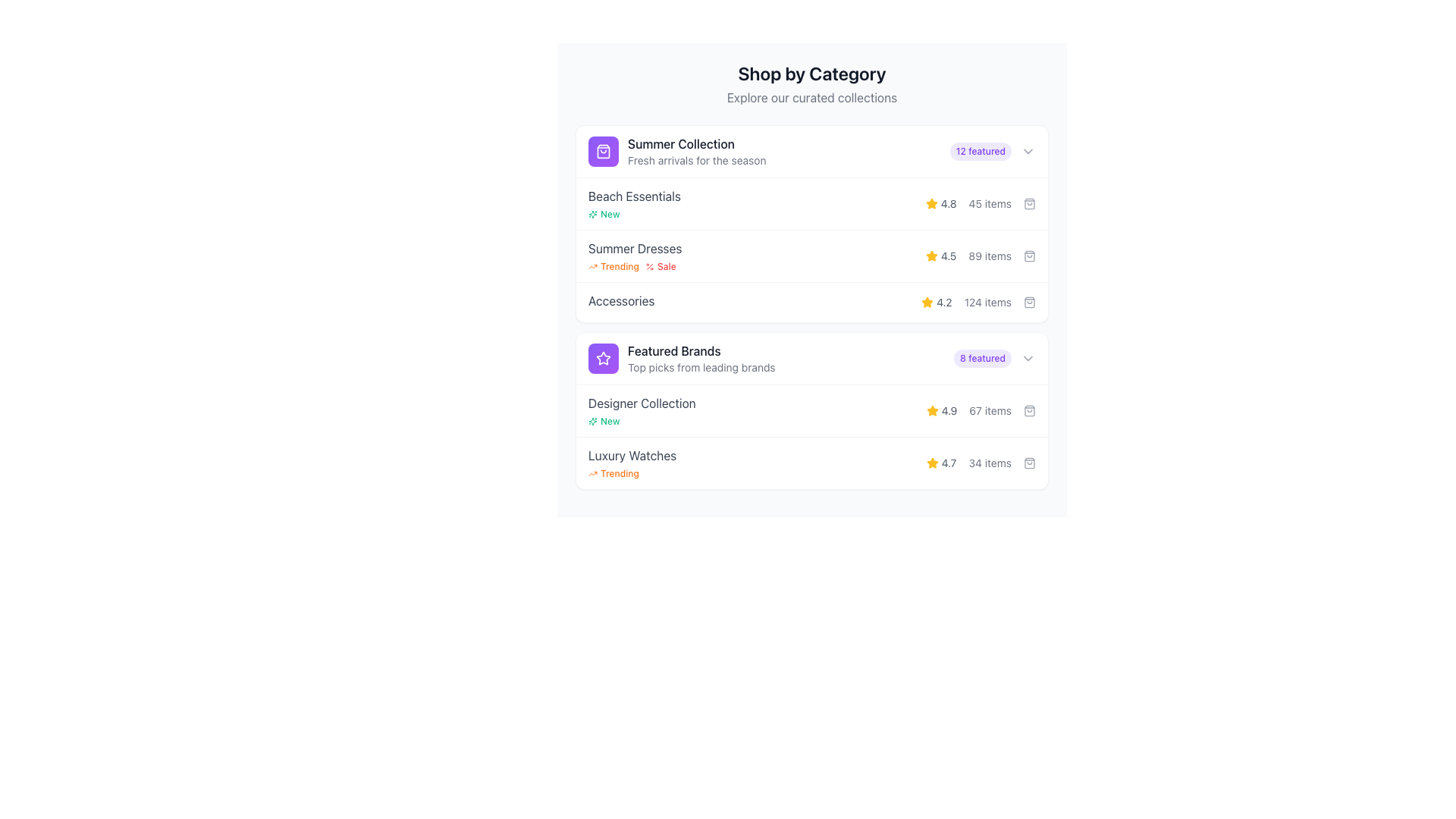  Describe the element at coordinates (642, 411) in the screenshot. I see `the 'Designer Collection' category link that is highlighted with a 'New' tag, located in the second section under 'Featured Brands'` at that location.